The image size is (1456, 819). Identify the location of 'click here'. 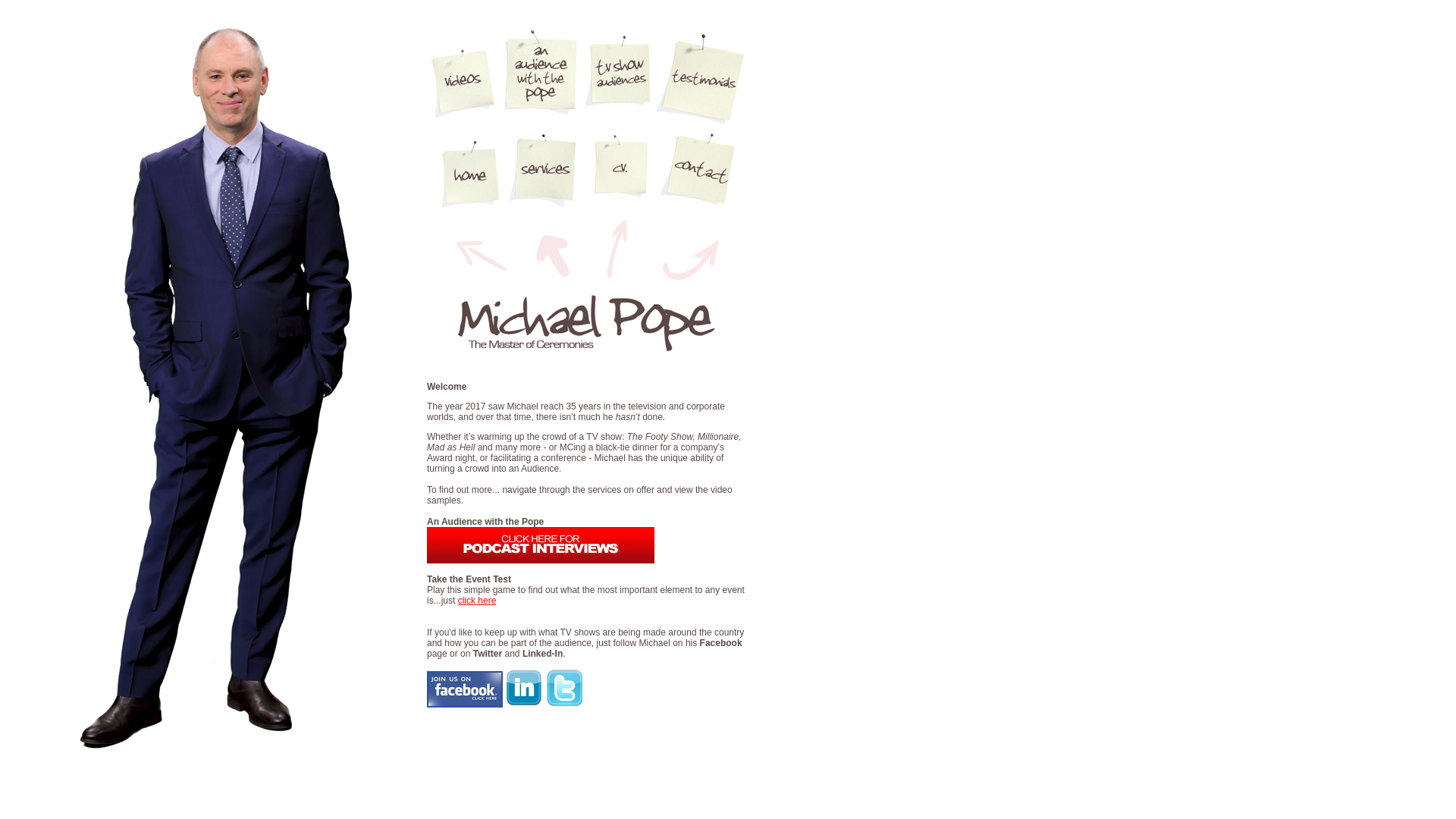
(476, 599).